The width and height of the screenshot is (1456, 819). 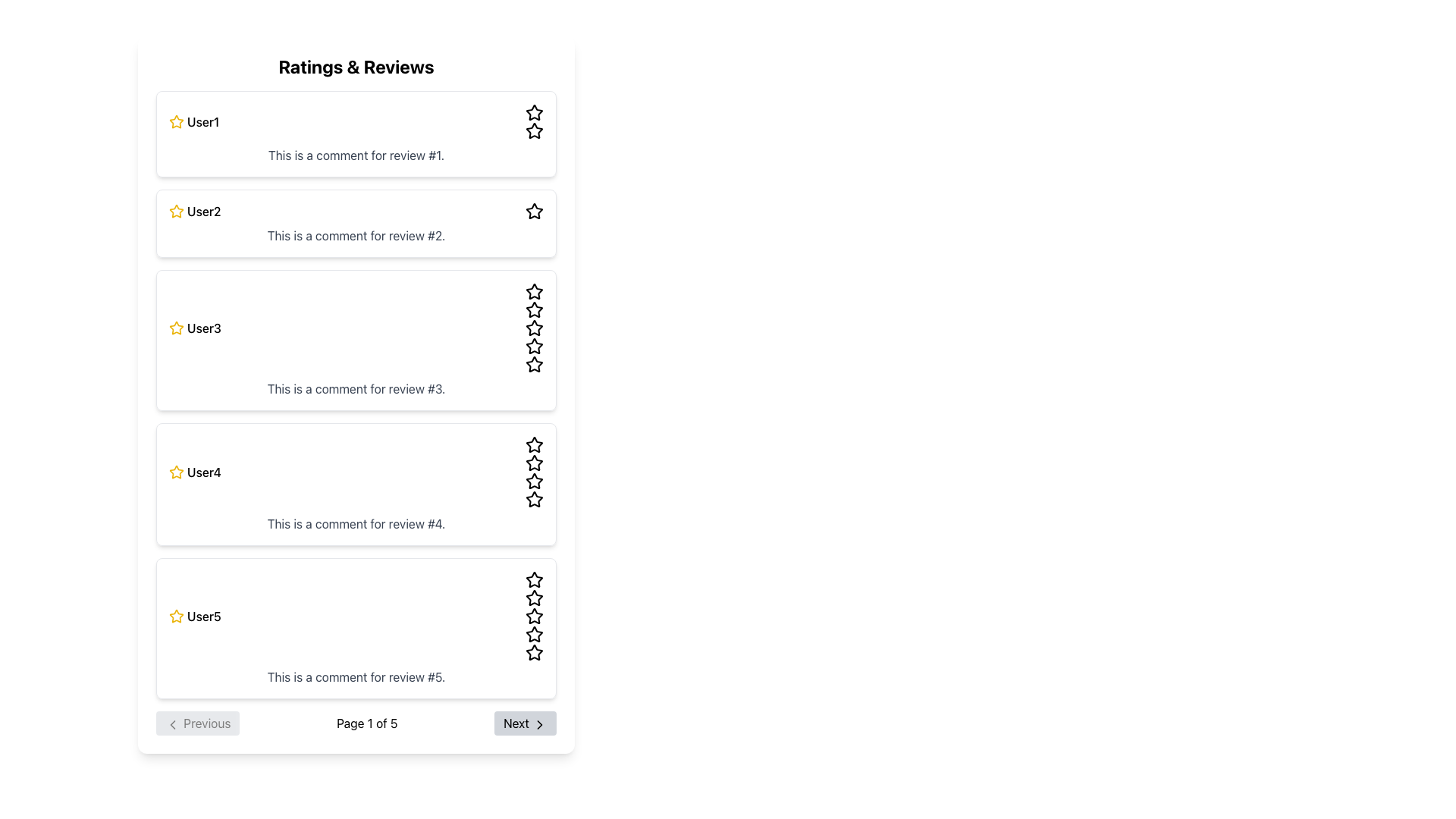 What do you see at coordinates (177, 617) in the screenshot?
I see `the yellow star icon representing a rating, located to the left of the 'User5' label in the last row of reviews` at bounding box center [177, 617].